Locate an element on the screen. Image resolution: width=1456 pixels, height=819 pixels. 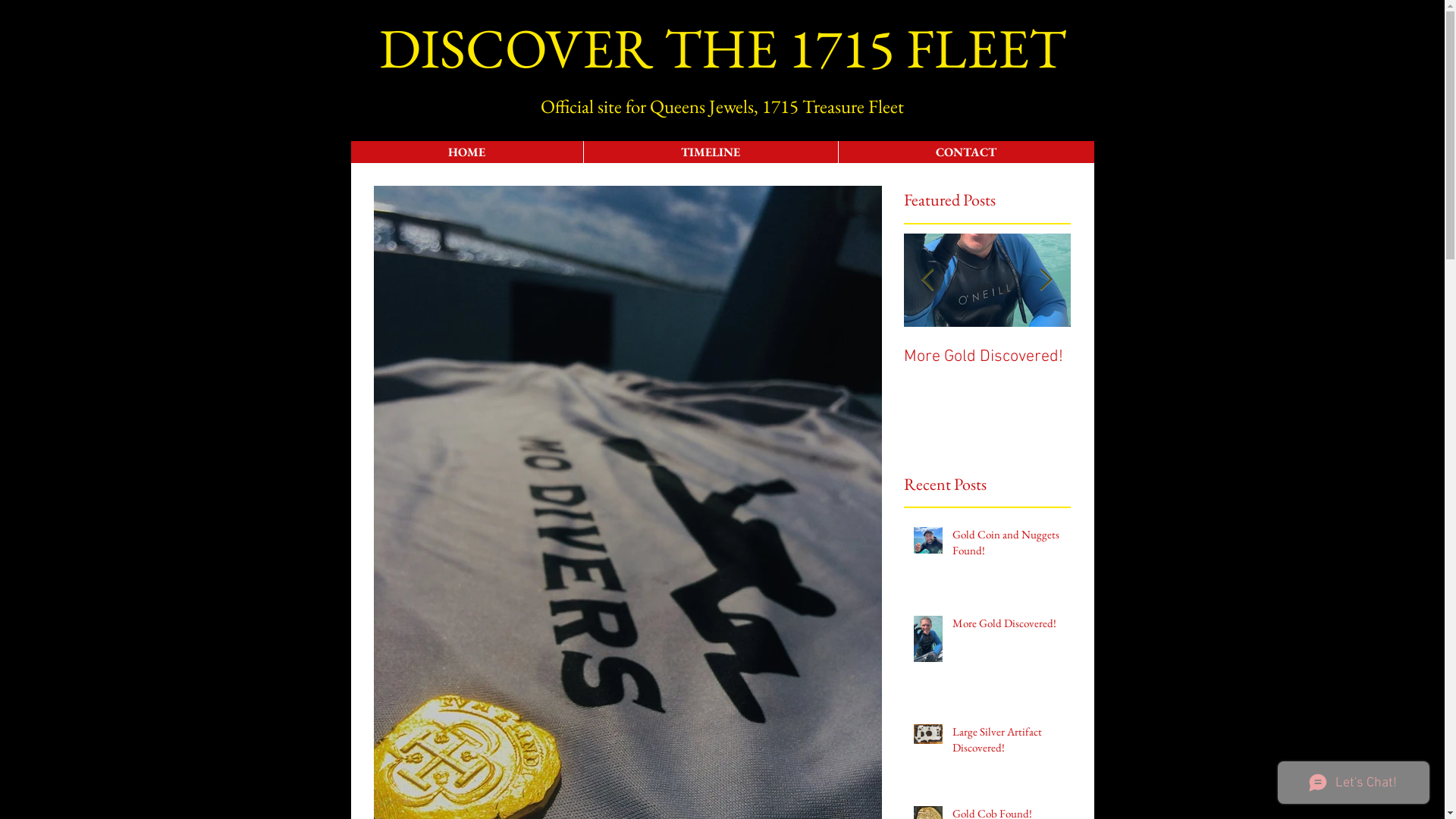
'Official site for Queens Jewels, 1715 Treasure Fleet' is located at coordinates (721, 105).